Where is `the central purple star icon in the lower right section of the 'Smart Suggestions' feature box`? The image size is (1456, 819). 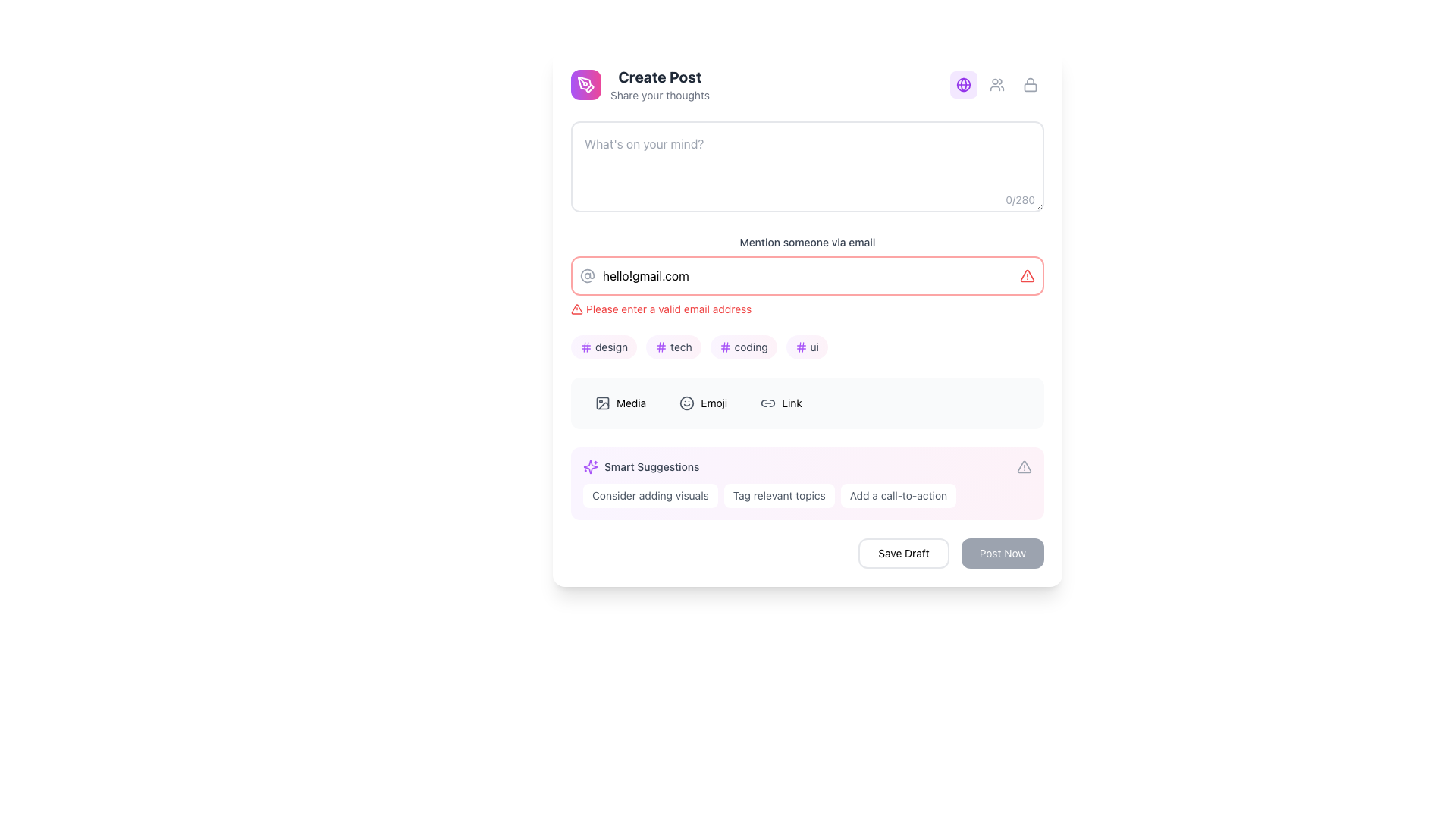
the central purple star icon in the lower right section of the 'Smart Suggestions' feature box is located at coordinates (589, 466).